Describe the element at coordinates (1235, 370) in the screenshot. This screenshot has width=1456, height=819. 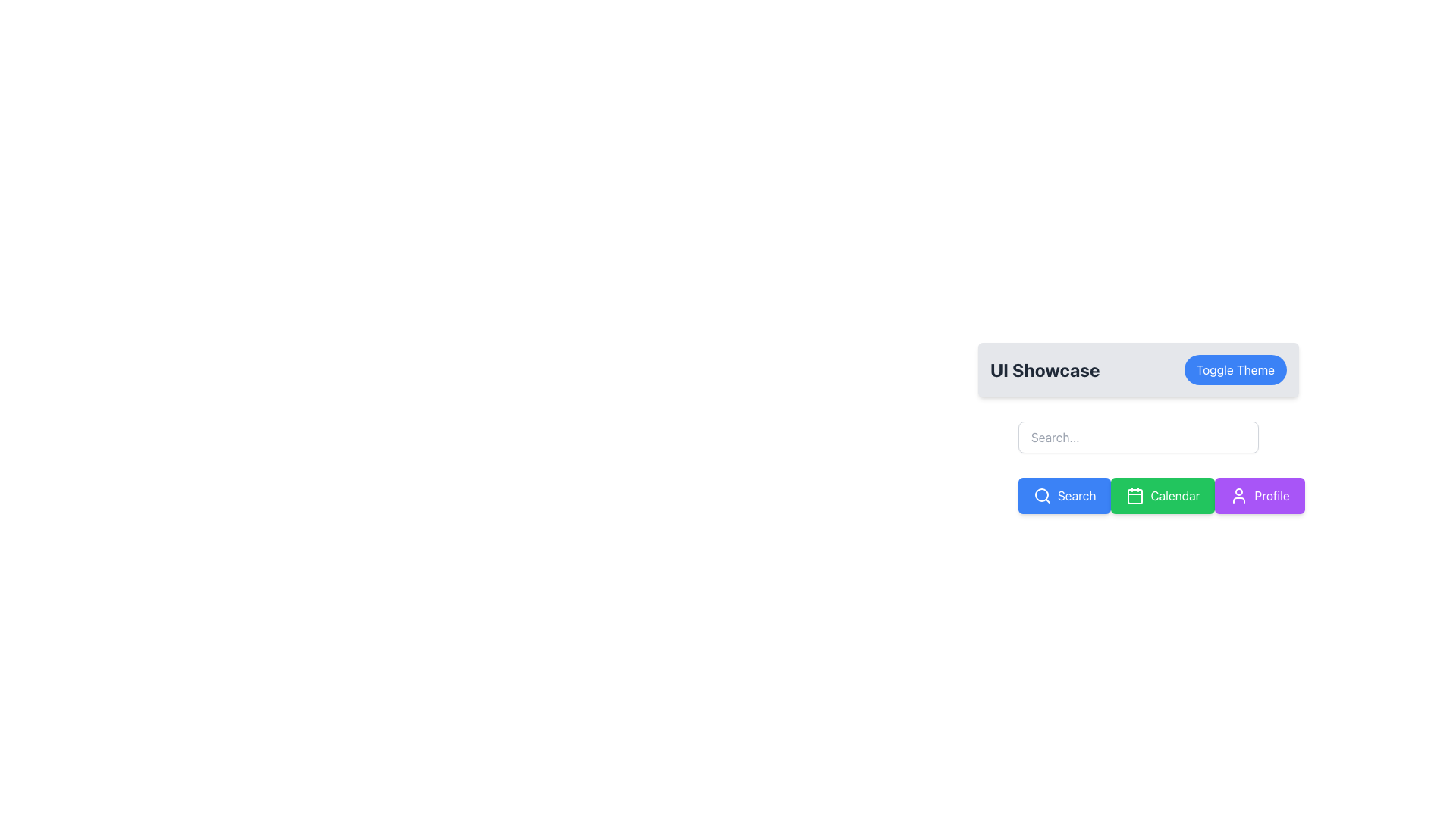
I see `the theme toggle button located in the header section of the 'UI Showcase' component to switch between light and dark modes` at that location.